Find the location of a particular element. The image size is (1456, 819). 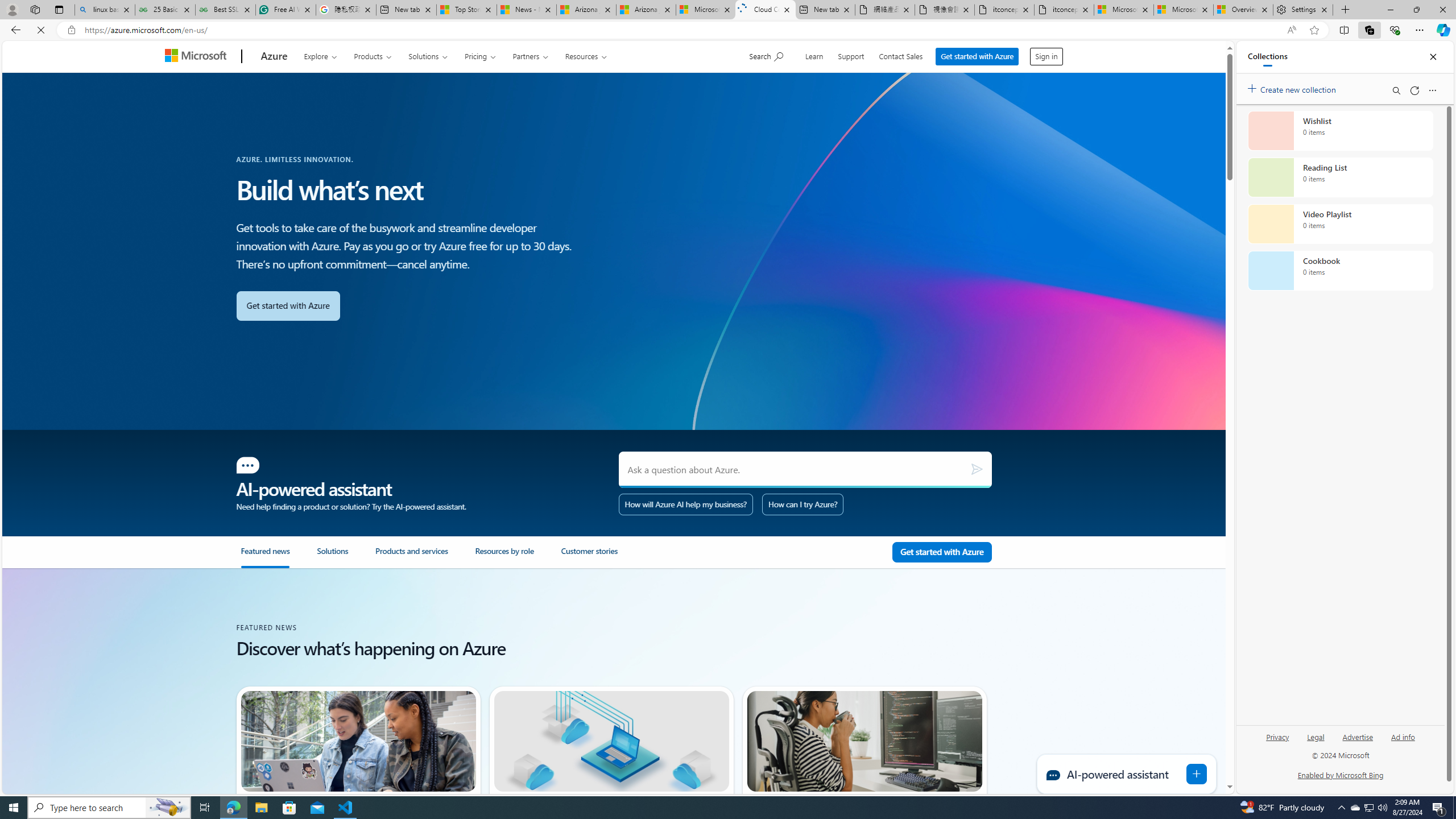

'Cloud Computing Services | Microsoft Azure' is located at coordinates (765, 9).